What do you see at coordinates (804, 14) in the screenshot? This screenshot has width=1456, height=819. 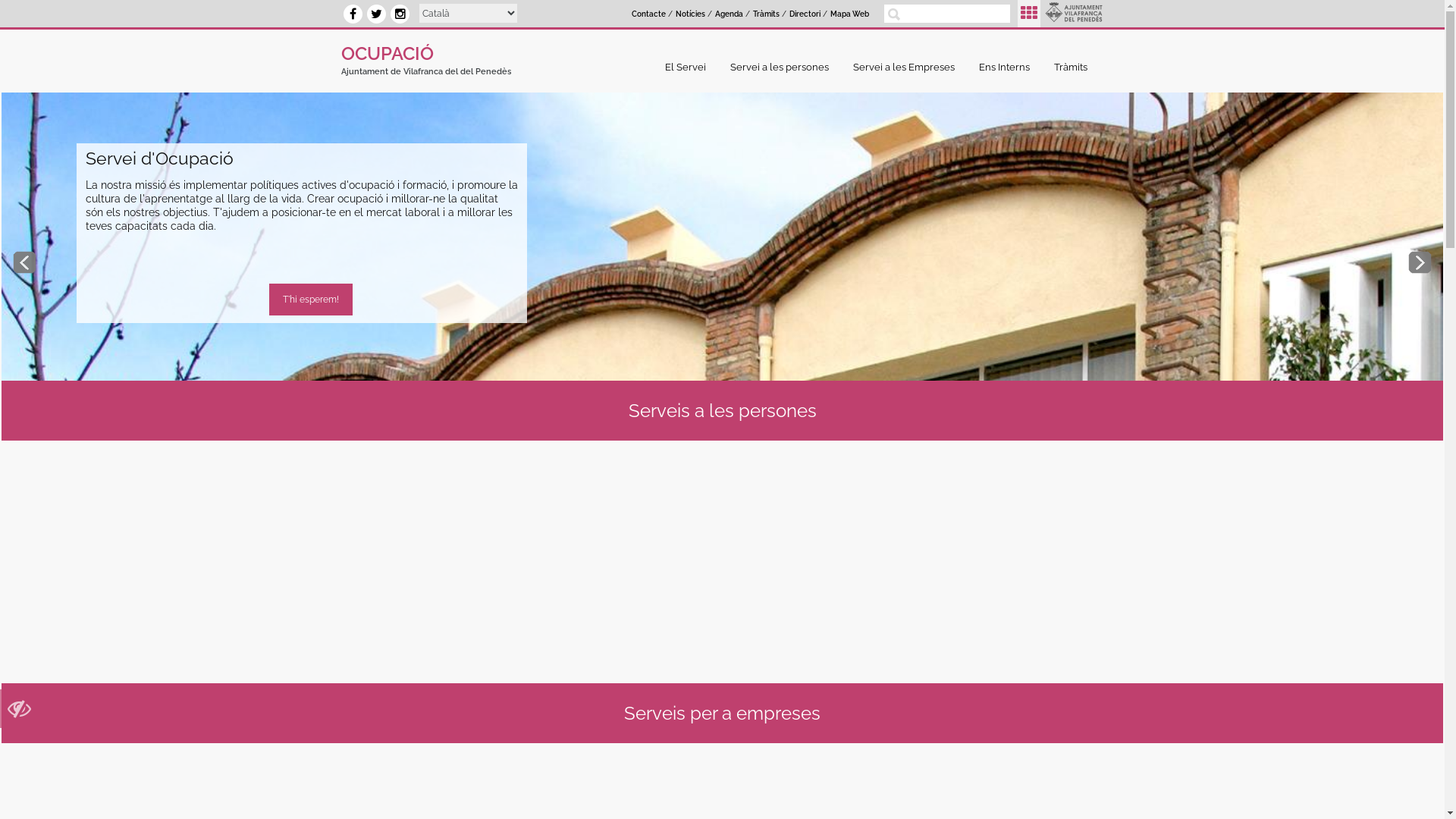 I see `'Directori'` at bounding box center [804, 14].